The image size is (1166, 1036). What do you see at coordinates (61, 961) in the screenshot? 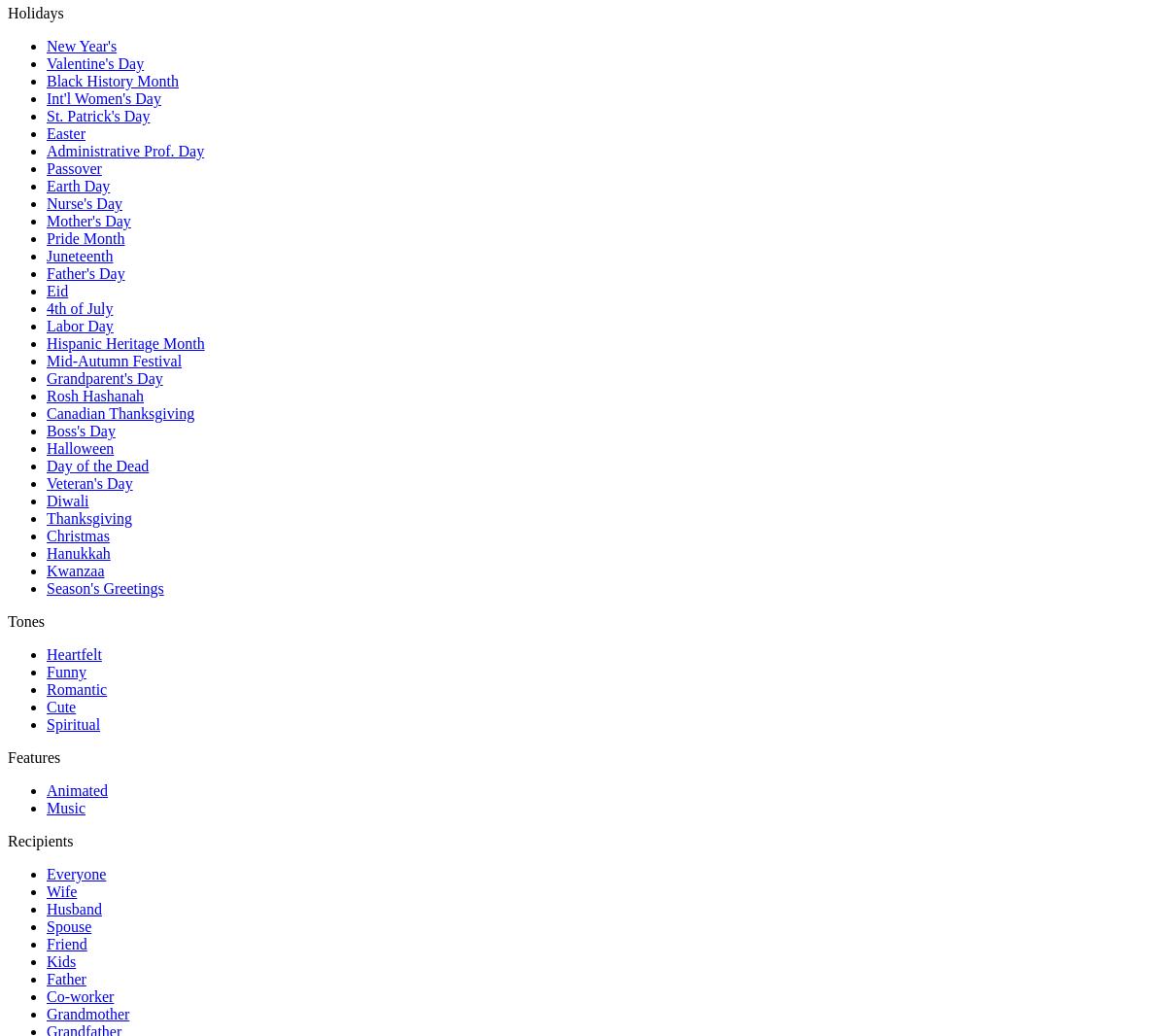
I see `'Kids'` at bounding box center [61, 961].